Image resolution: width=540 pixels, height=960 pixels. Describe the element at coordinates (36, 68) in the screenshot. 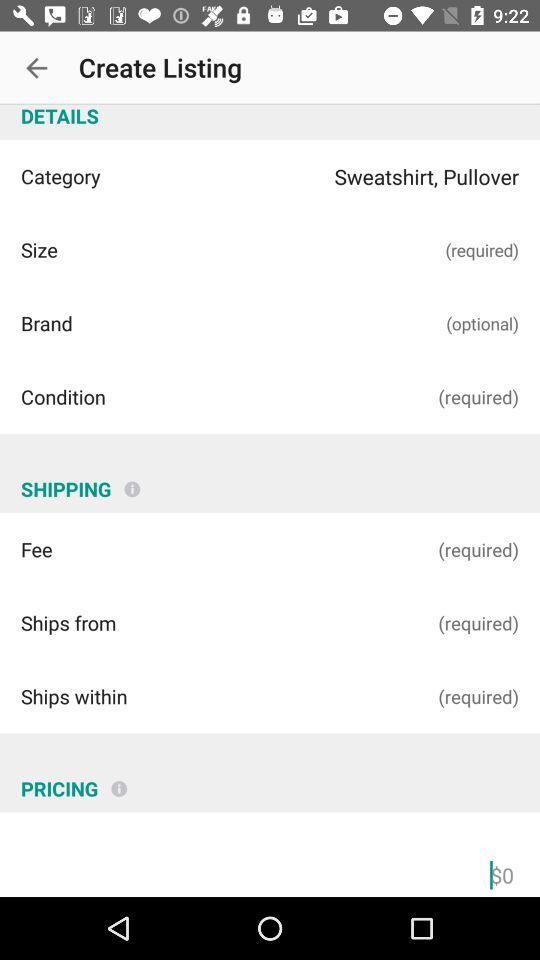

I see `icon next to create listing icon` at that location.